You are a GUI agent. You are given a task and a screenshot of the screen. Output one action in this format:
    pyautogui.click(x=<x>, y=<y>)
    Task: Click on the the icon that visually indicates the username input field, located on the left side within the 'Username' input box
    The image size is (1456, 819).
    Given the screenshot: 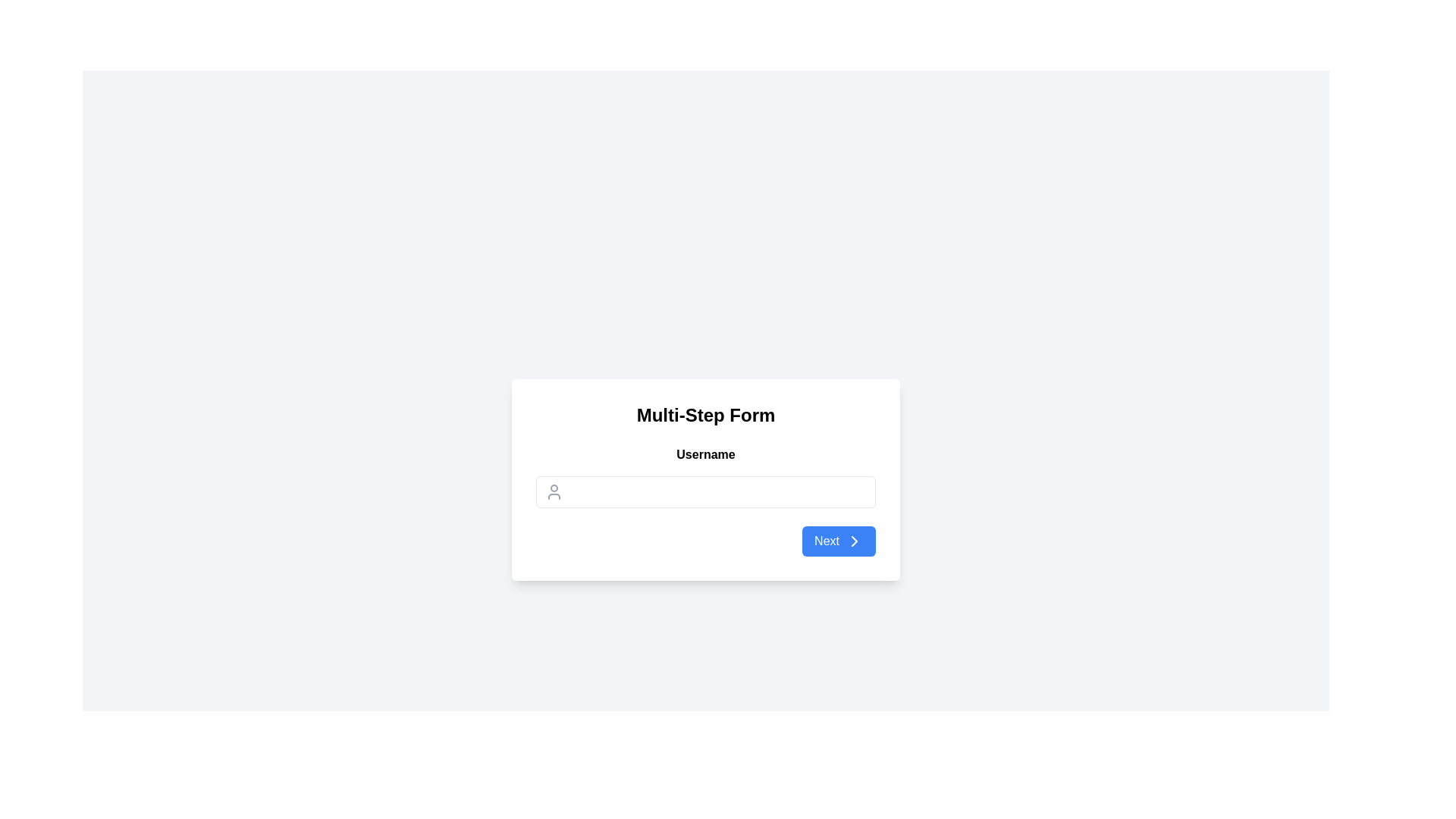 What is the action you would take?
    pyautogui.click(x=553, y=491)
    